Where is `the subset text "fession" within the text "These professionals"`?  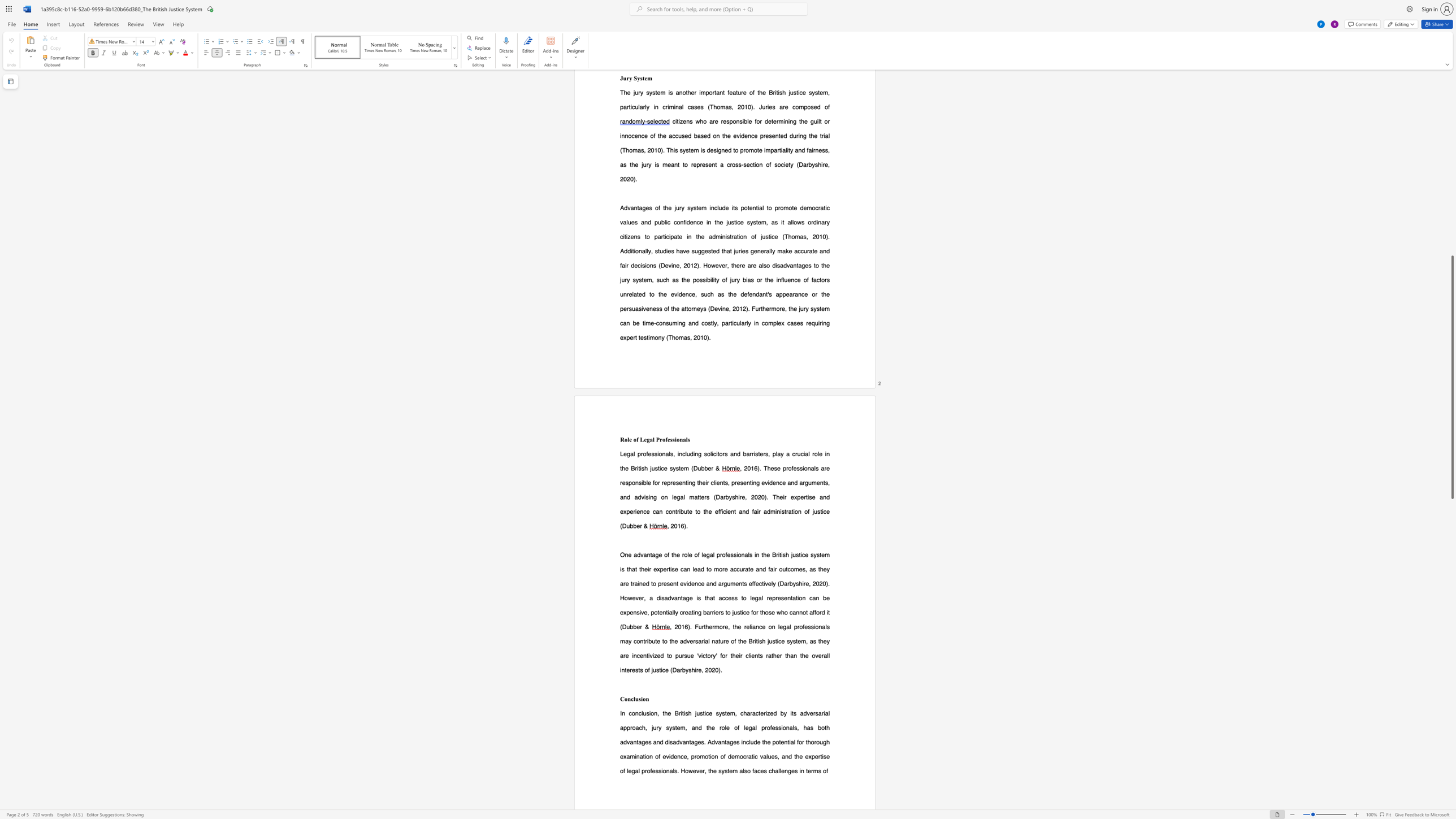
the subset text "fession" within the text "These professionals" is located at coordinates (791, 468).